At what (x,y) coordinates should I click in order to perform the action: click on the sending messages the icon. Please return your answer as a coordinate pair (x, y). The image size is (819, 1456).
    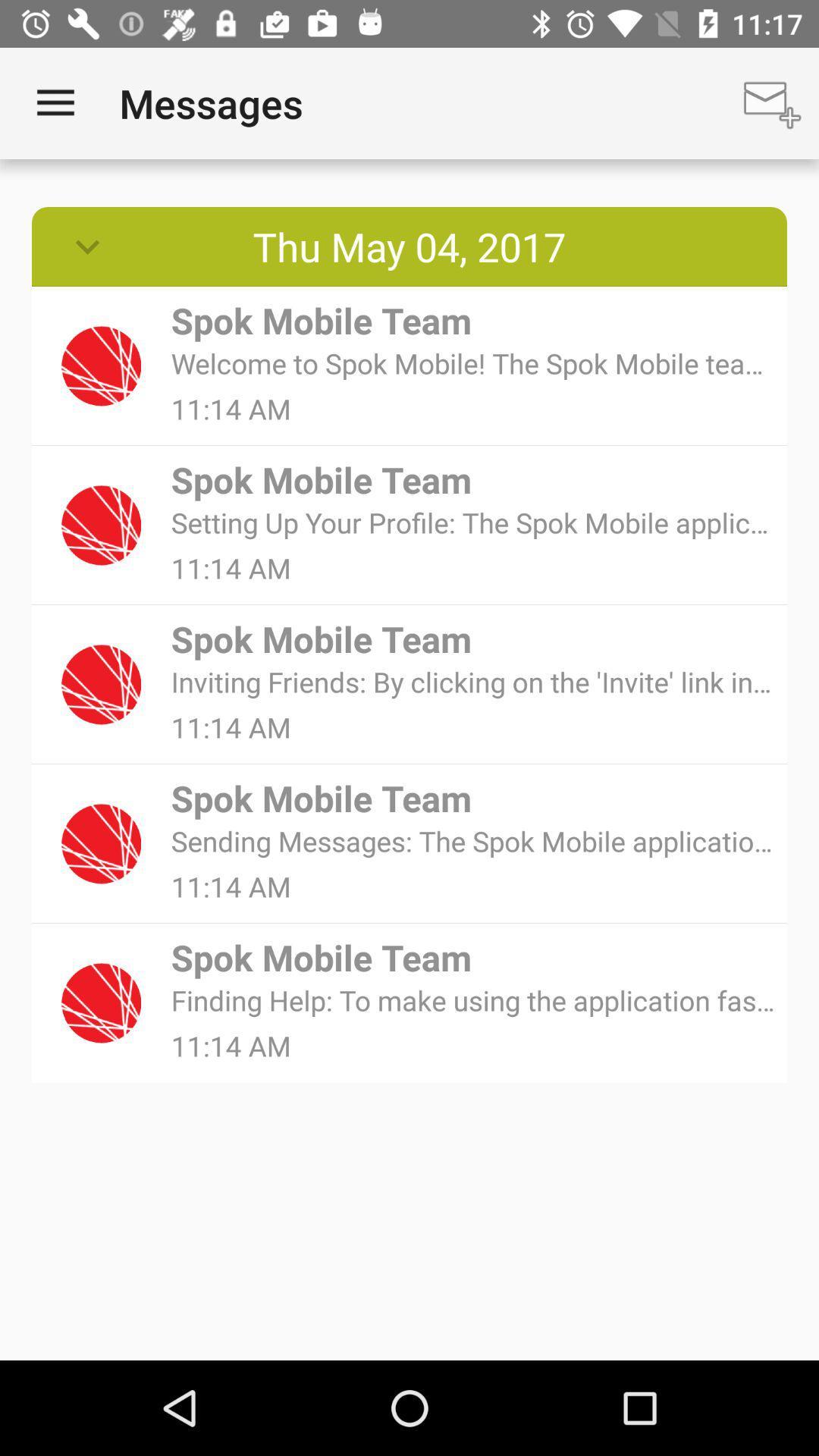
    Looking at the image, I should click on (473, 840).